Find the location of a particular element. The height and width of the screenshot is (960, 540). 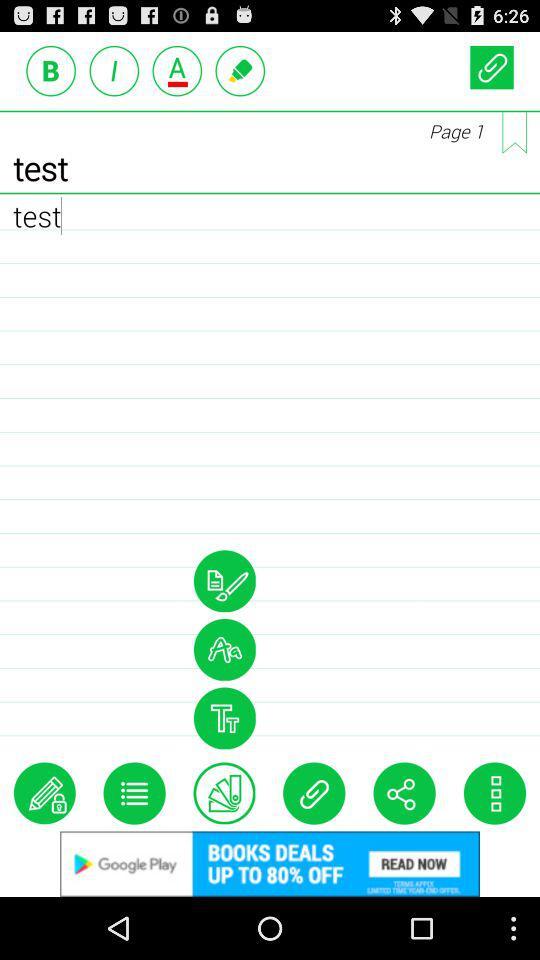

menu options is located at coordinates (134, 793).